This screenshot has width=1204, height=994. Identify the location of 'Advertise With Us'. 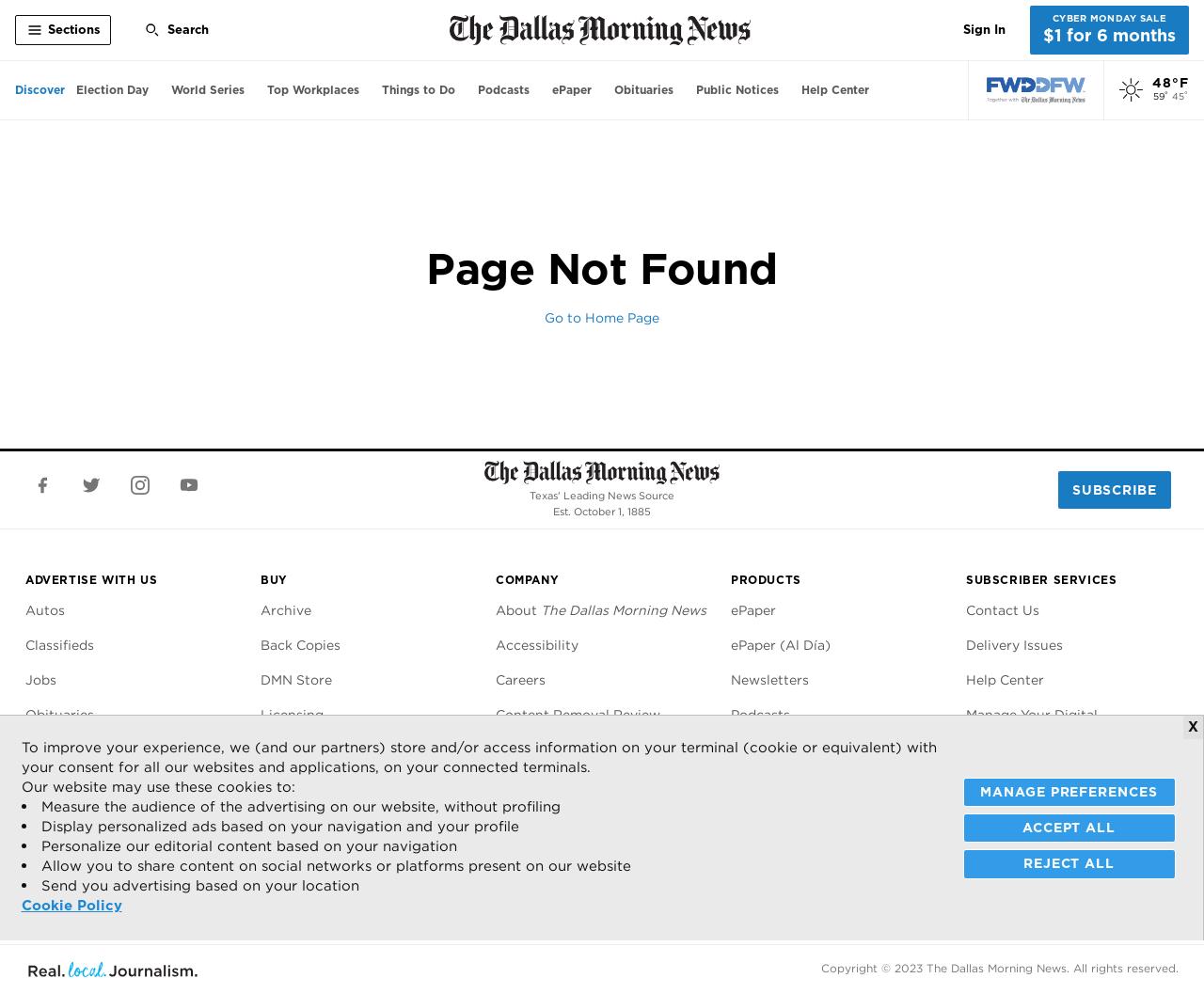
(90, 579).